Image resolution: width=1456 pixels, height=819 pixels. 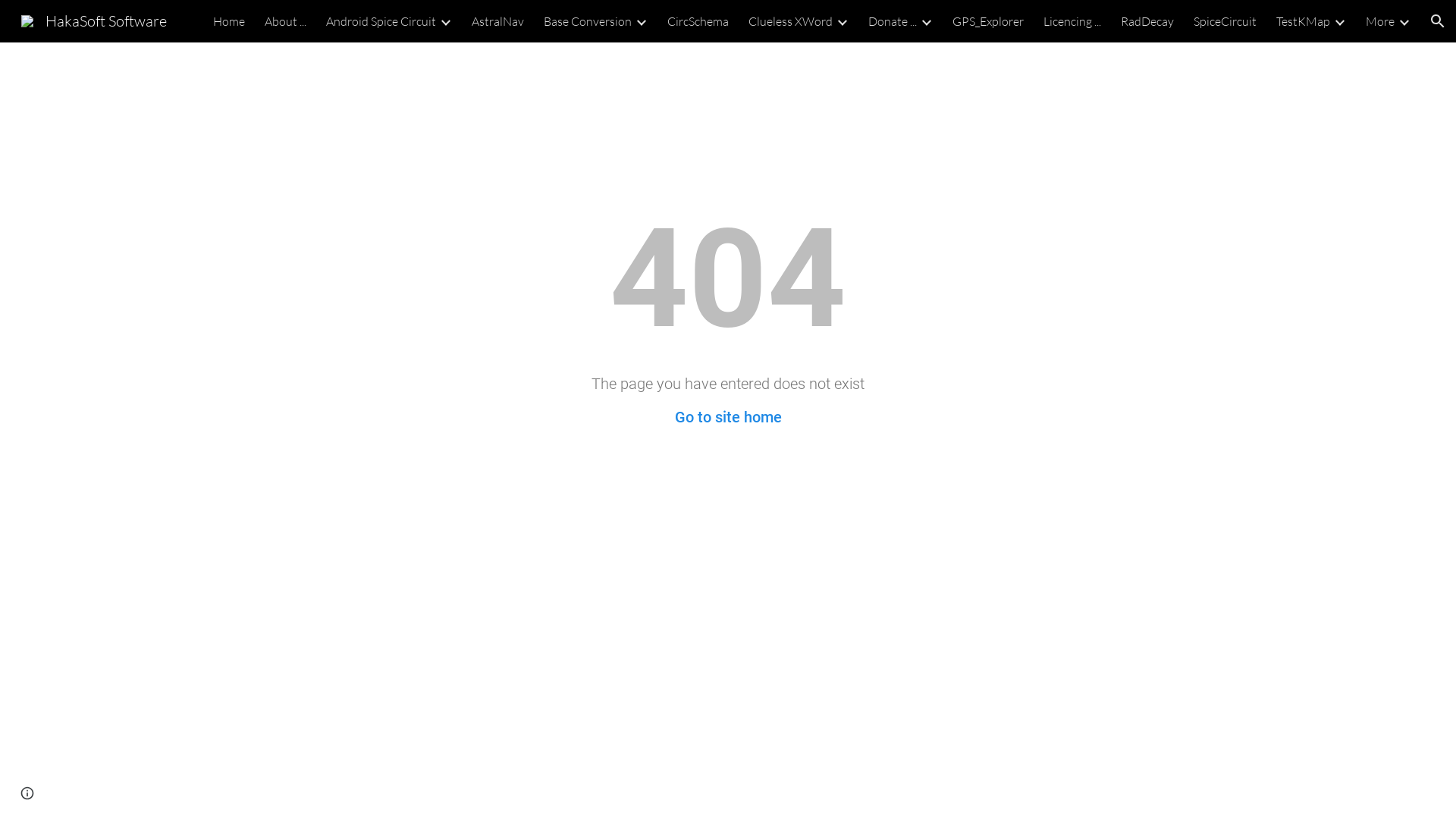 What do you see at coordinates (728, 417) in the screenshot?
I see `'Go to site home'` at bounding box center [728, 417].